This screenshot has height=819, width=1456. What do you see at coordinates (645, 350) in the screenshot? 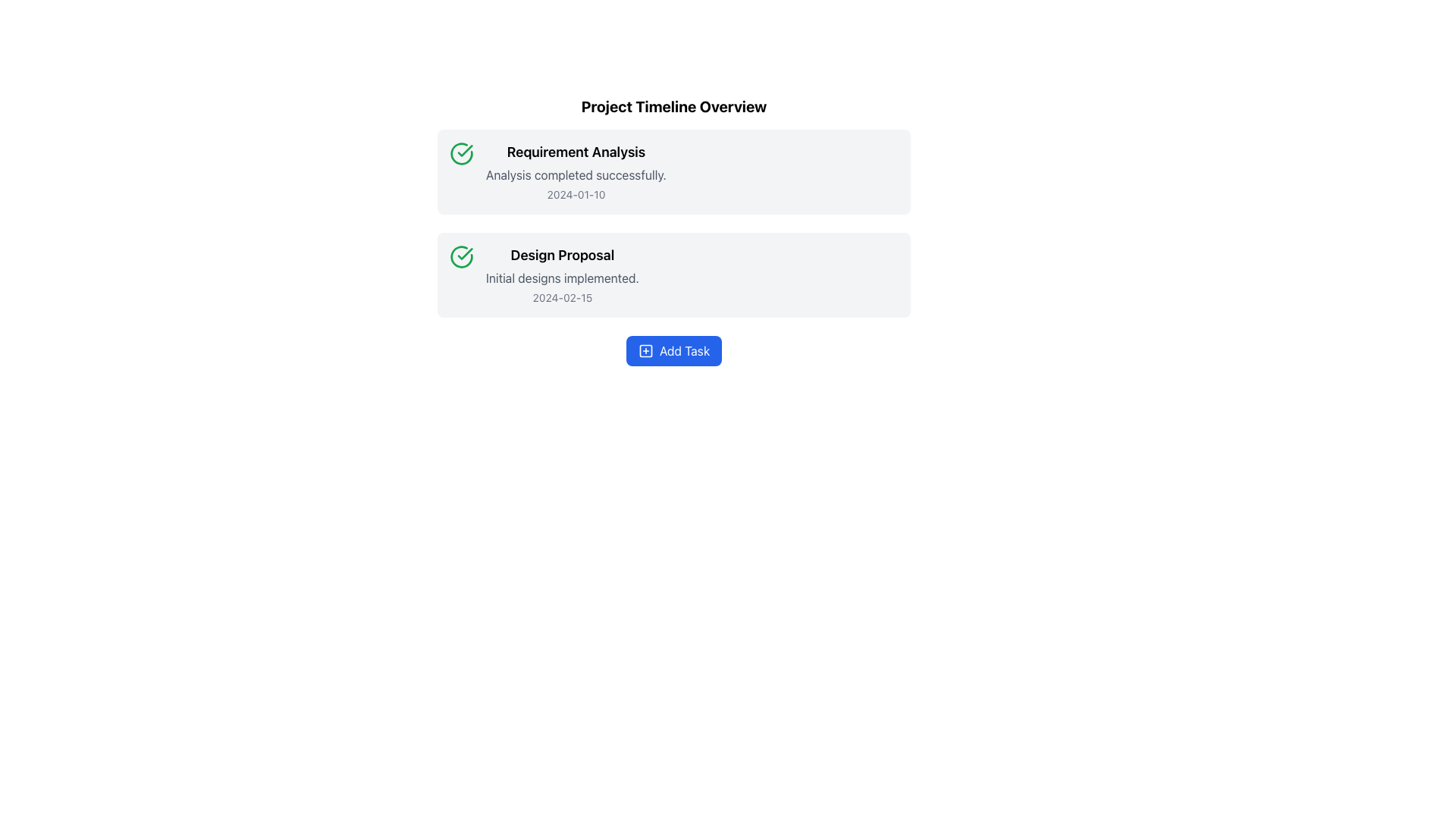
I see `the square framework icon of the 'Add Task' button, which contains the plus sign` at bounding box center [645, 350].